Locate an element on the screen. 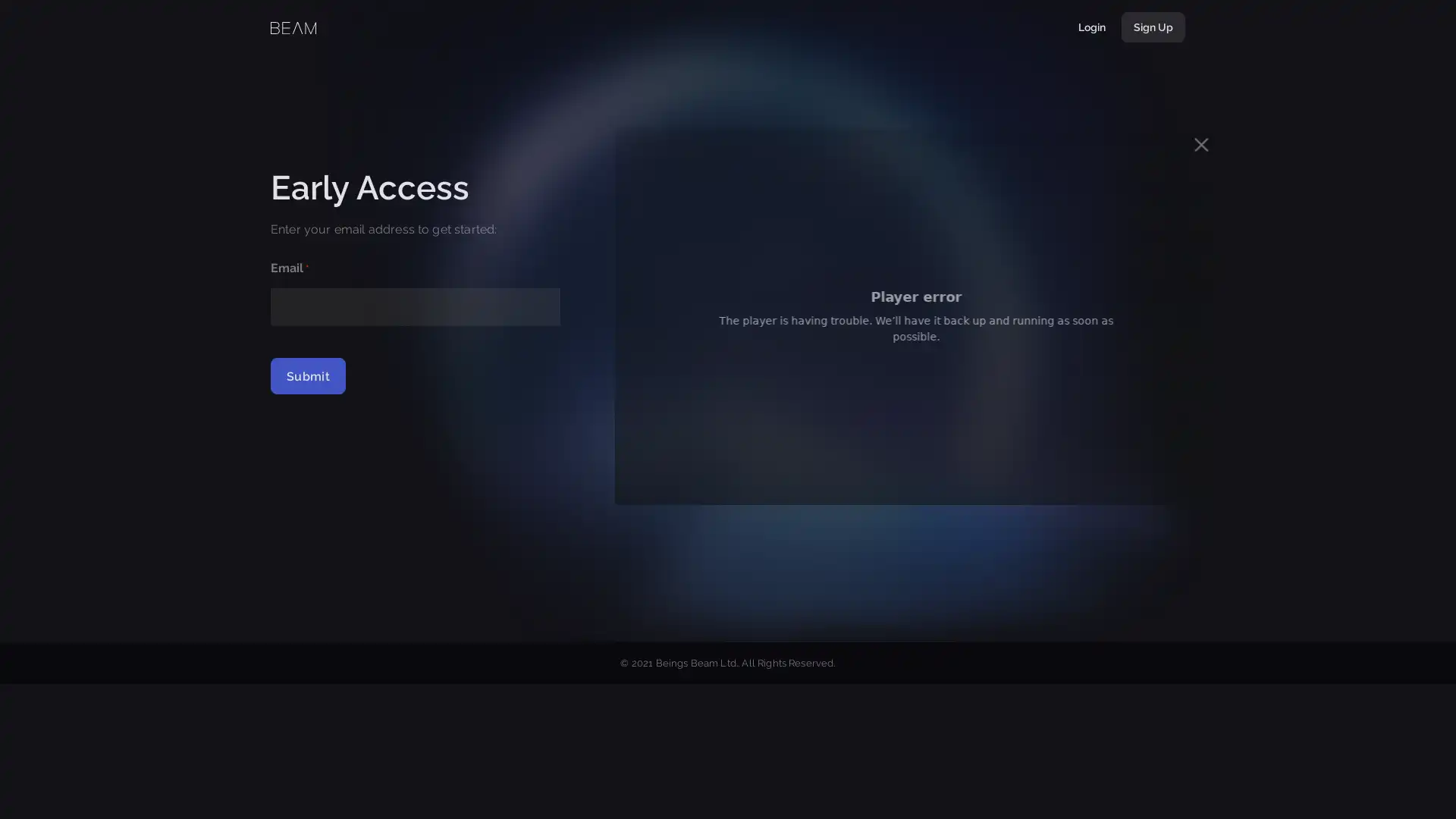 This screenshot has height=819, width=1456. Submit is located at coordinates (307, 375).